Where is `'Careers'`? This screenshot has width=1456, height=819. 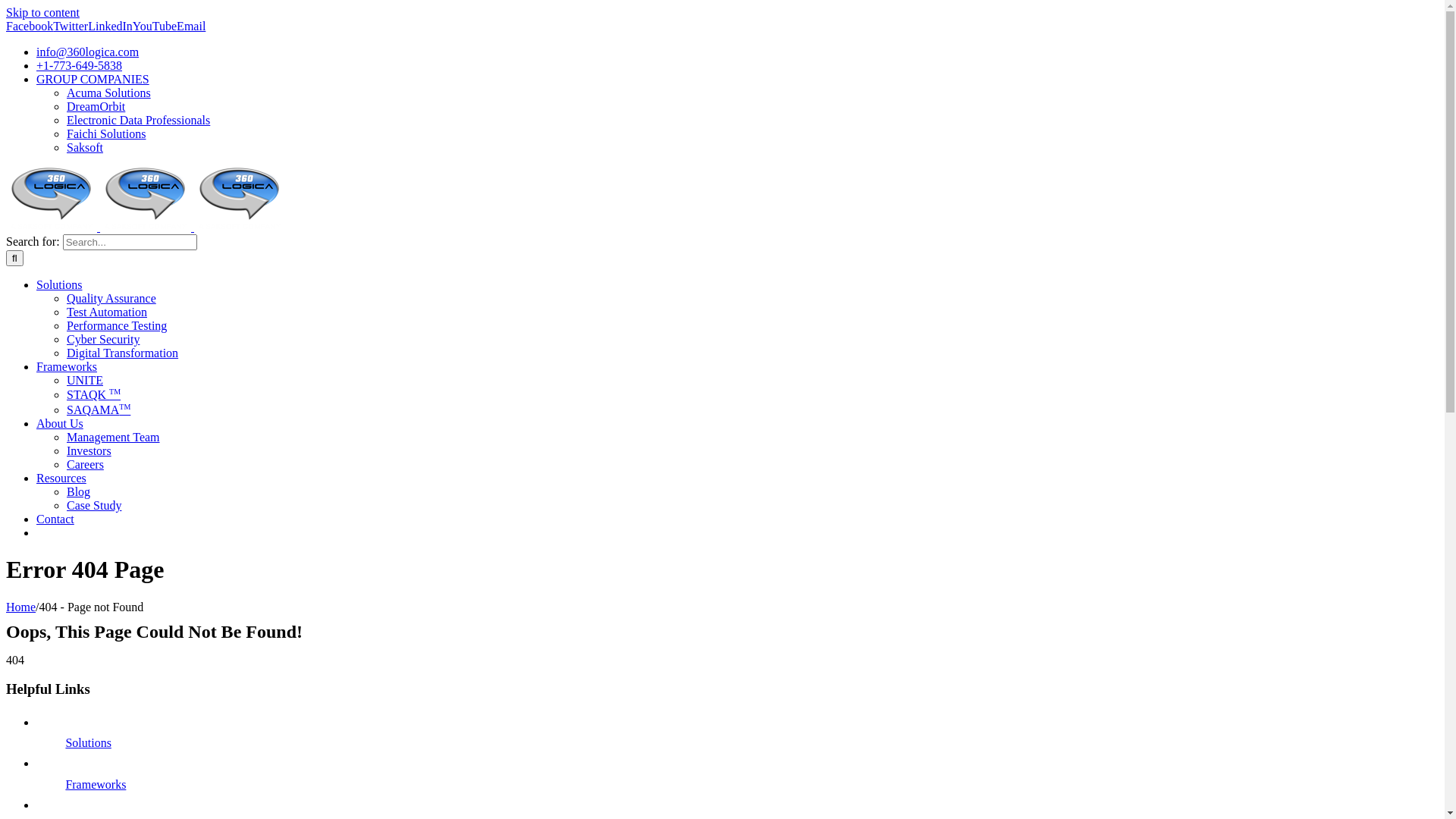 'Careers' is located at coordinates (84, 463).